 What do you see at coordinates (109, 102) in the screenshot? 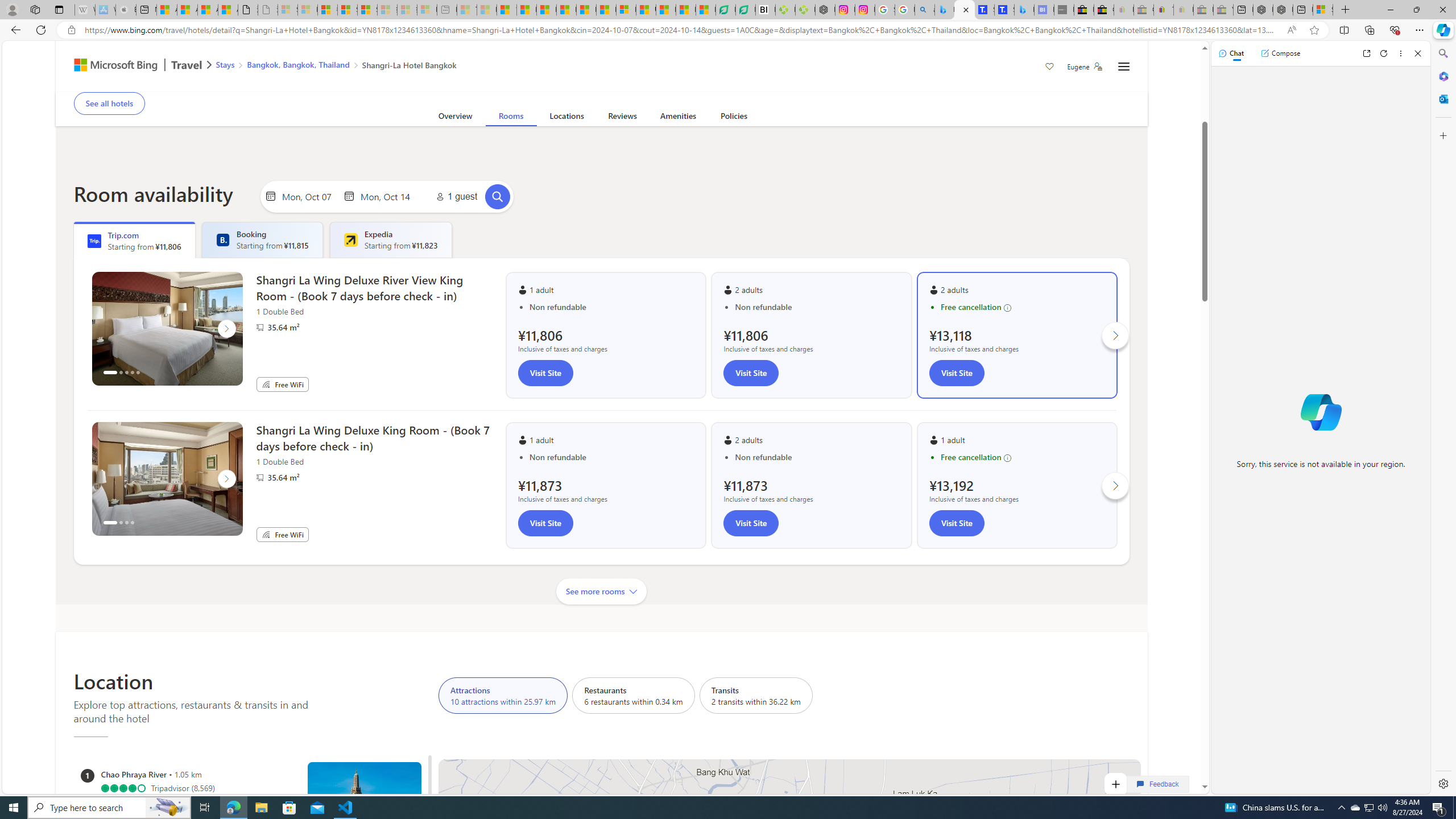
I see `'See all hotels'` at bounding box center [109, 102].